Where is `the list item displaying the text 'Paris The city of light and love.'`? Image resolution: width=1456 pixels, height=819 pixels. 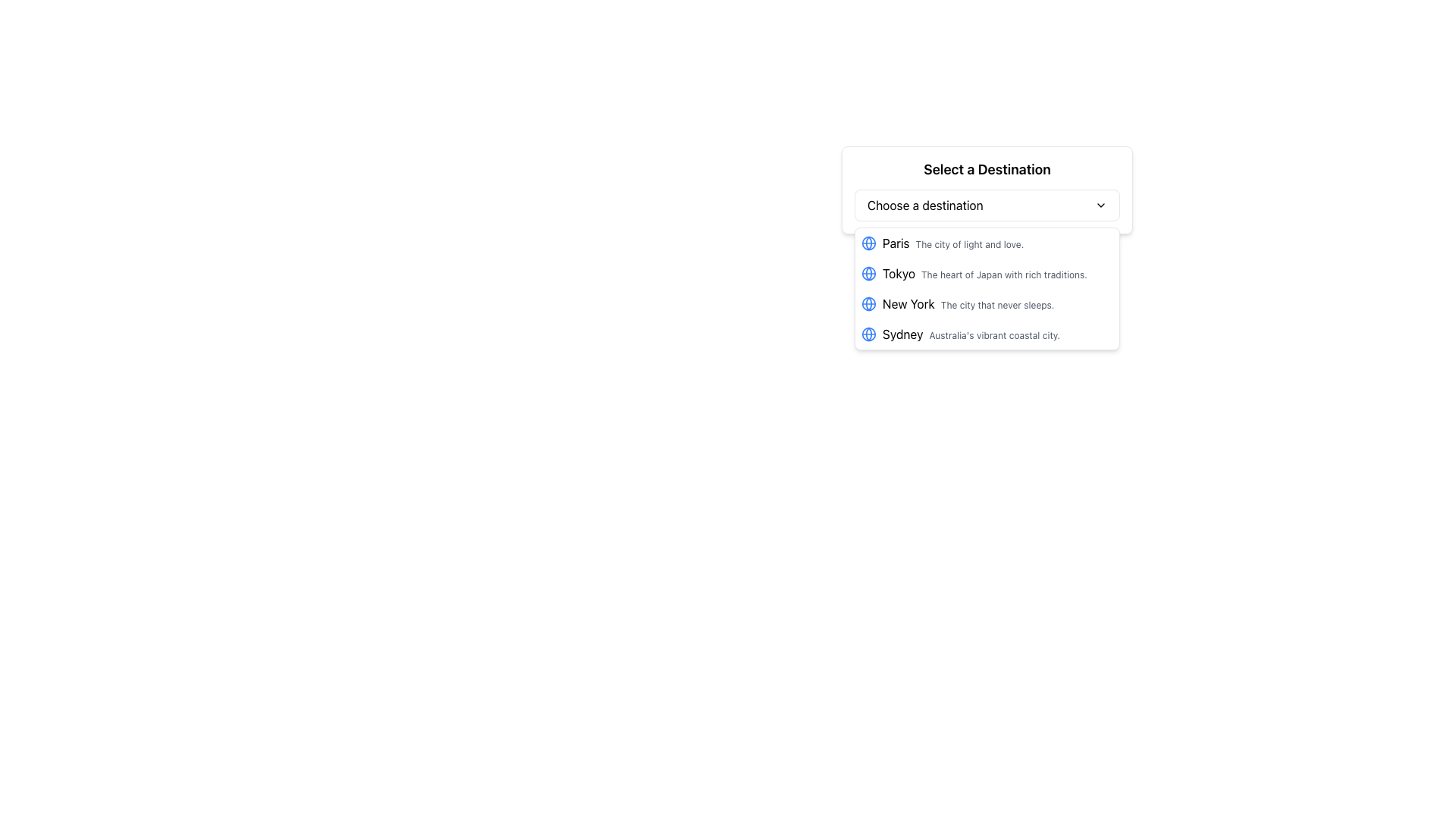 the list item displaying the text 'Paris The city of light and love.' is located at coordinates (987, 242).